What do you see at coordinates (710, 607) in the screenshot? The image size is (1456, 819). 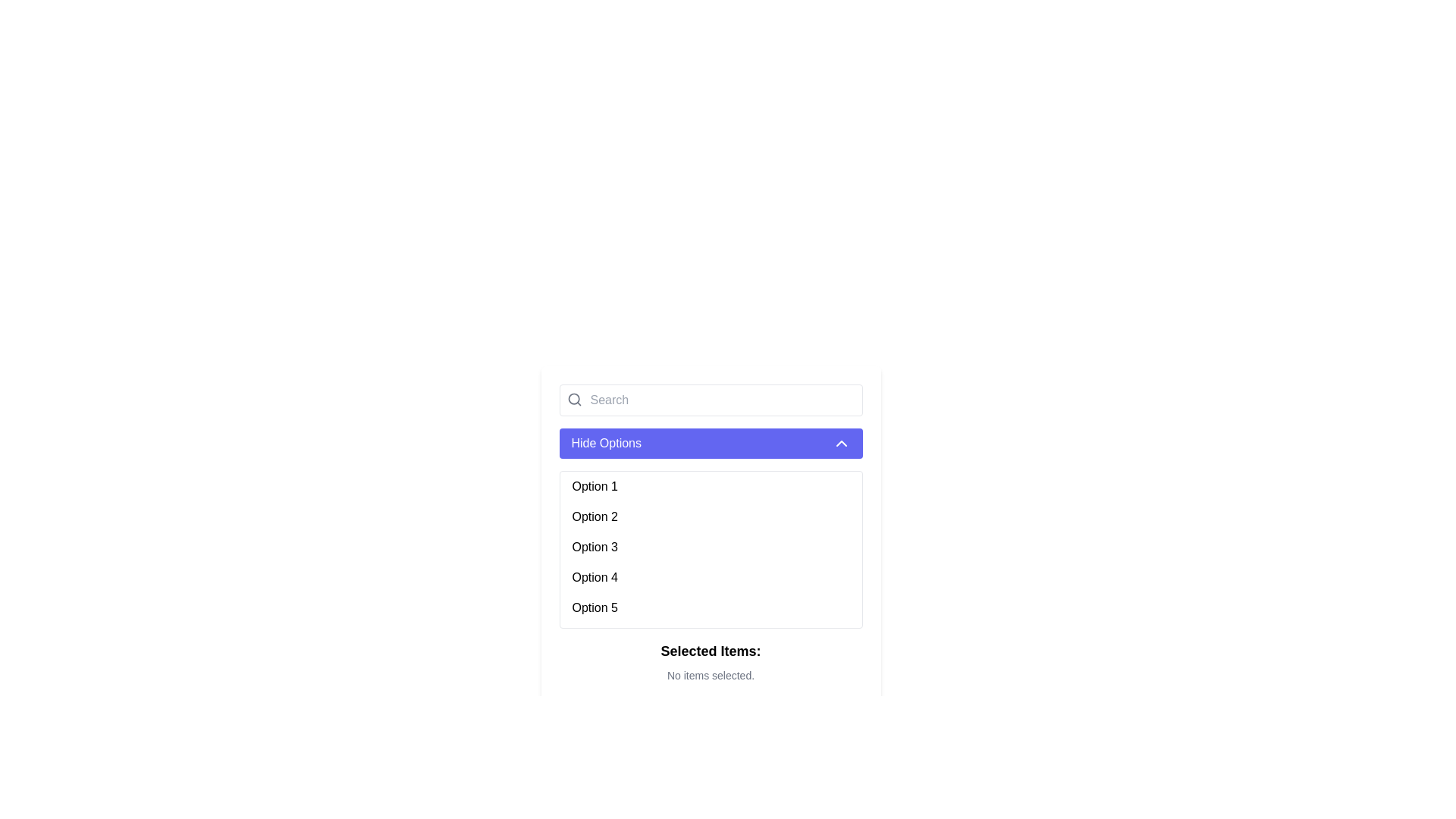 I see `the list item labeled 'Option 5'` at bounding box center [710, 607].